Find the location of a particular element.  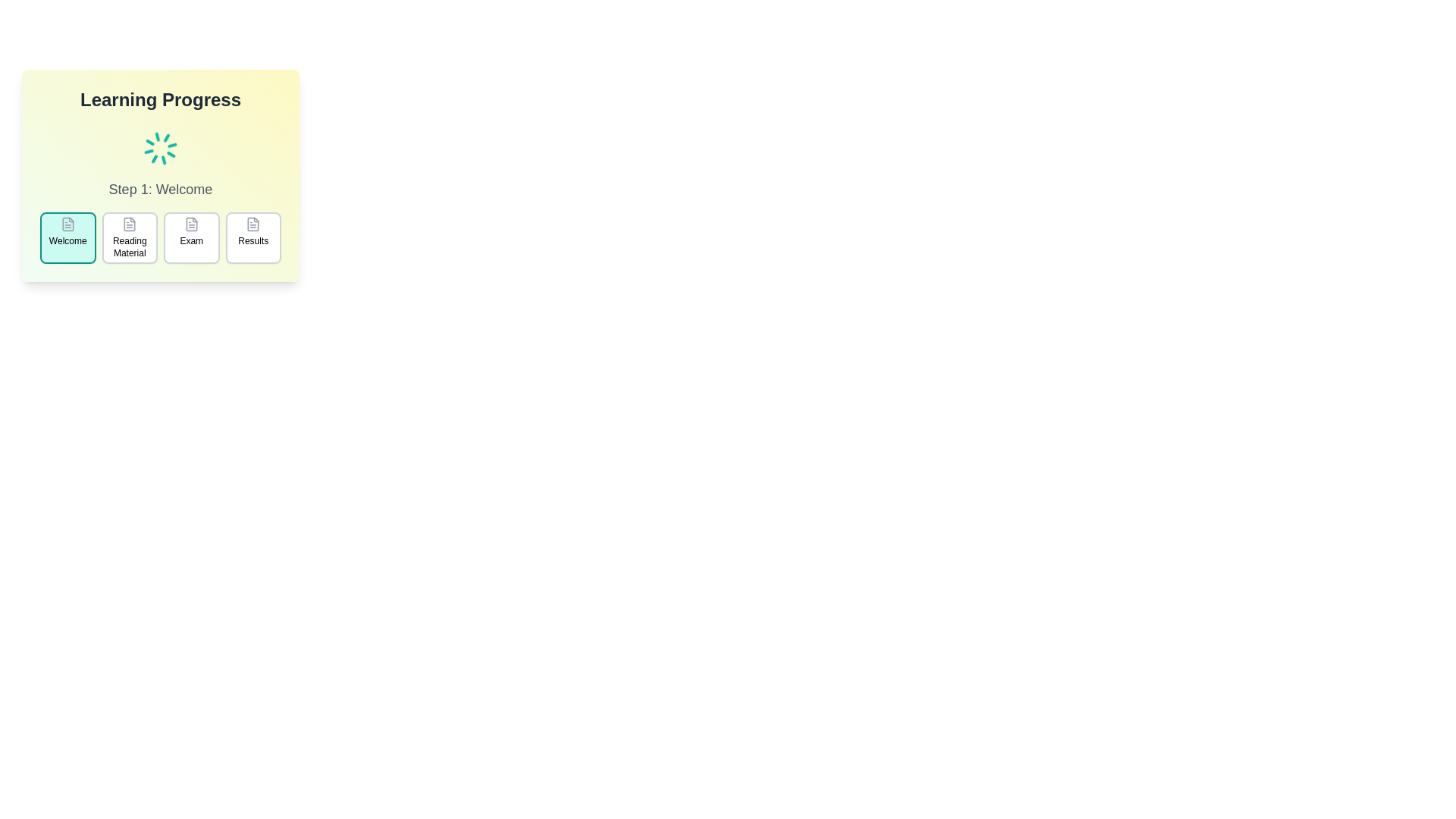

the third button in the horizontal group of four buttons located beneath the 'Step 1: Welcome' heading within the 'Learning Progress' area is located at coordinates (190, 237).